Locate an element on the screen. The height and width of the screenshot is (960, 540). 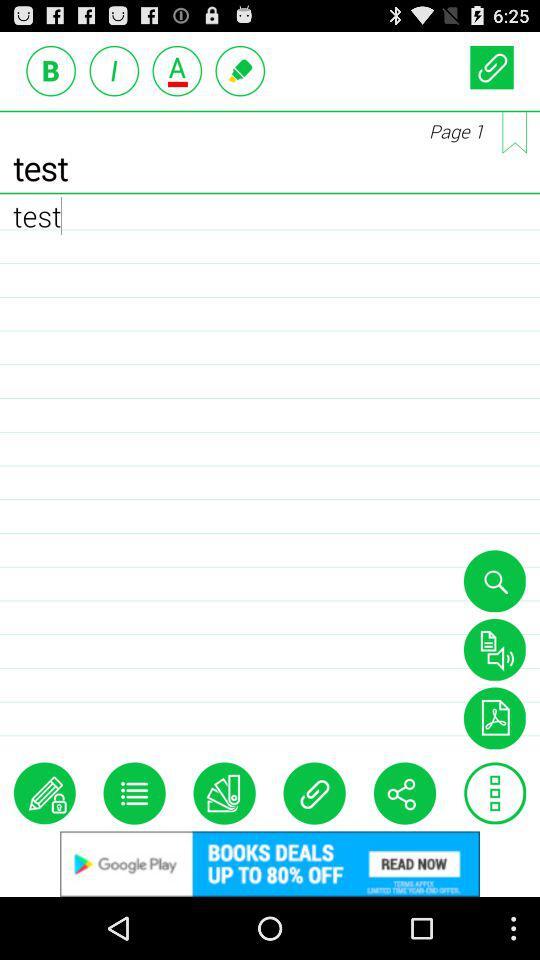
the wallpaper icon is located at coordinates (493, 767).